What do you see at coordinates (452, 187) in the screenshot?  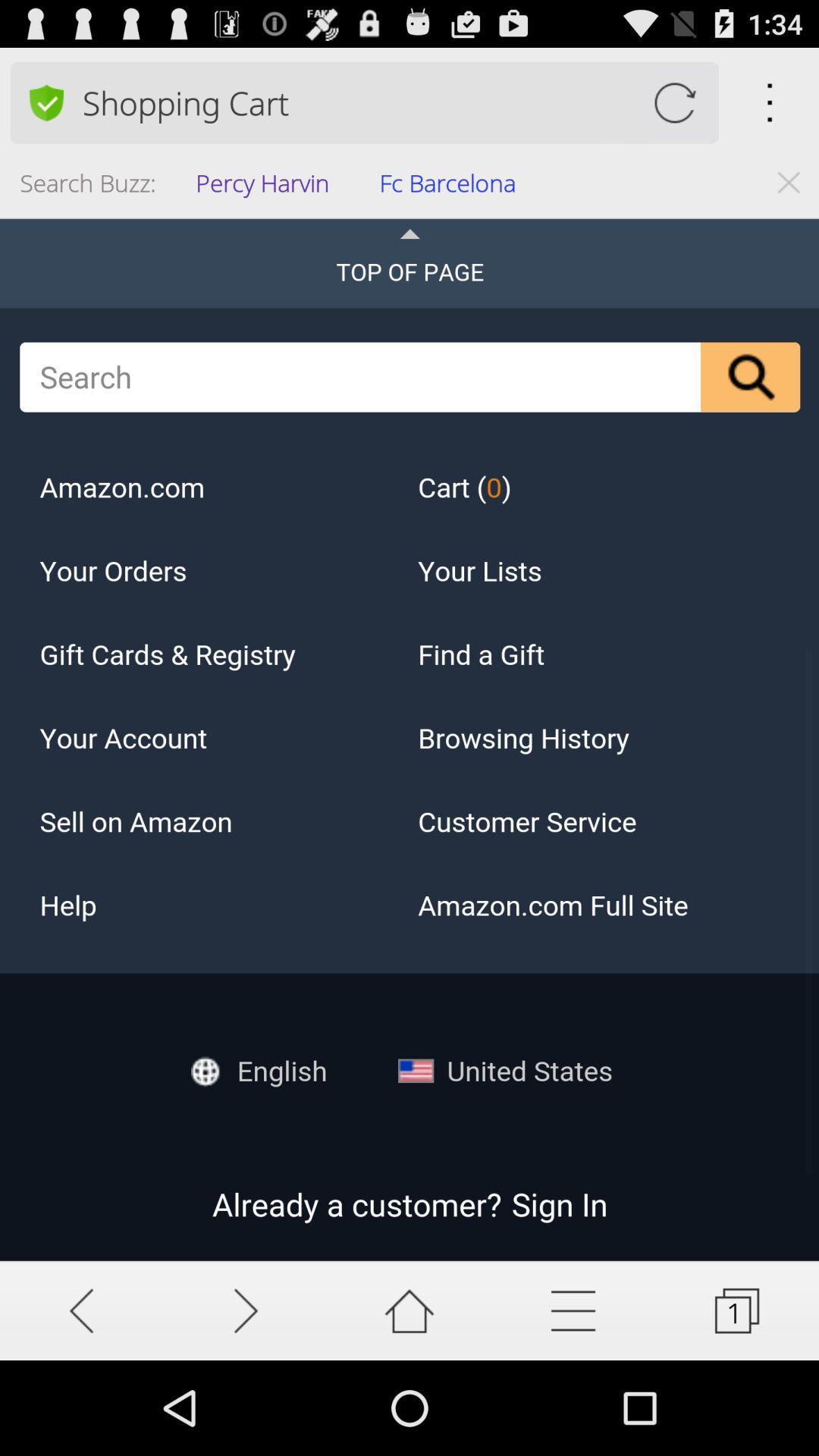 I see `app next to the percy harvin icon` at bounding box center [452, 187].